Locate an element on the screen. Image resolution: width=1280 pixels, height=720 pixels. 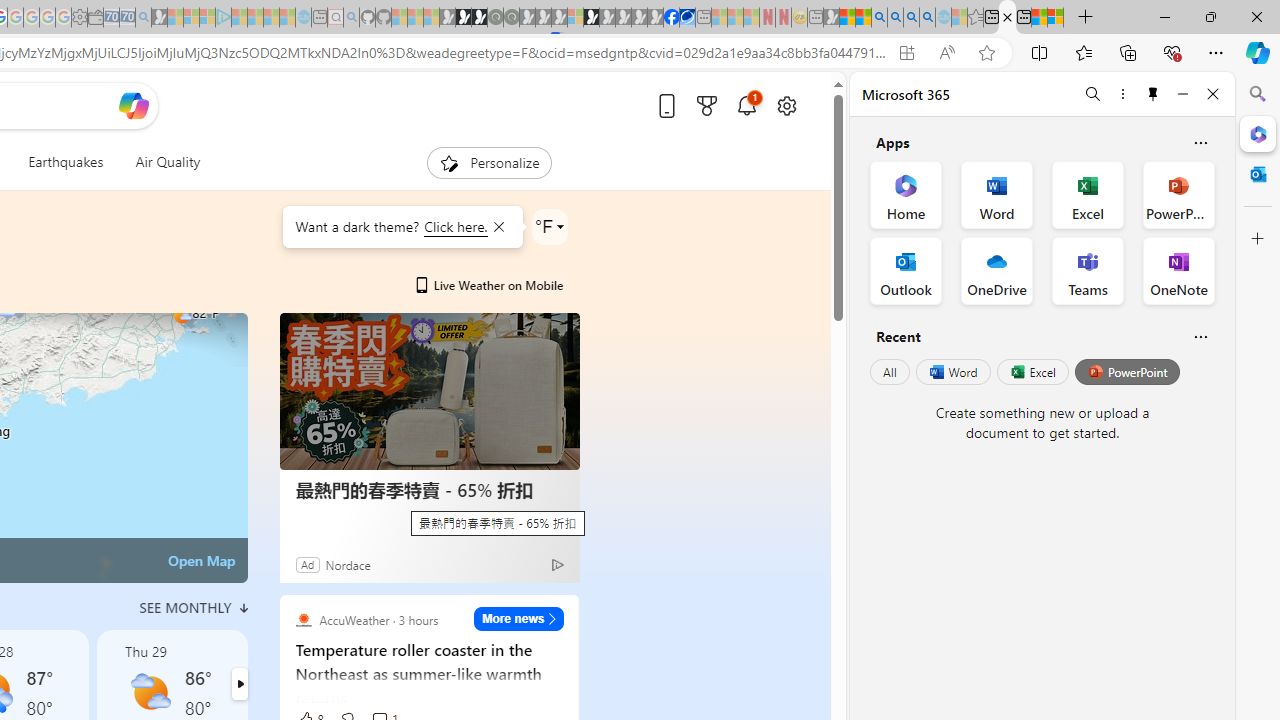
'App available. Install Microsoft Start Weather' is located at coordinates (905, 52).